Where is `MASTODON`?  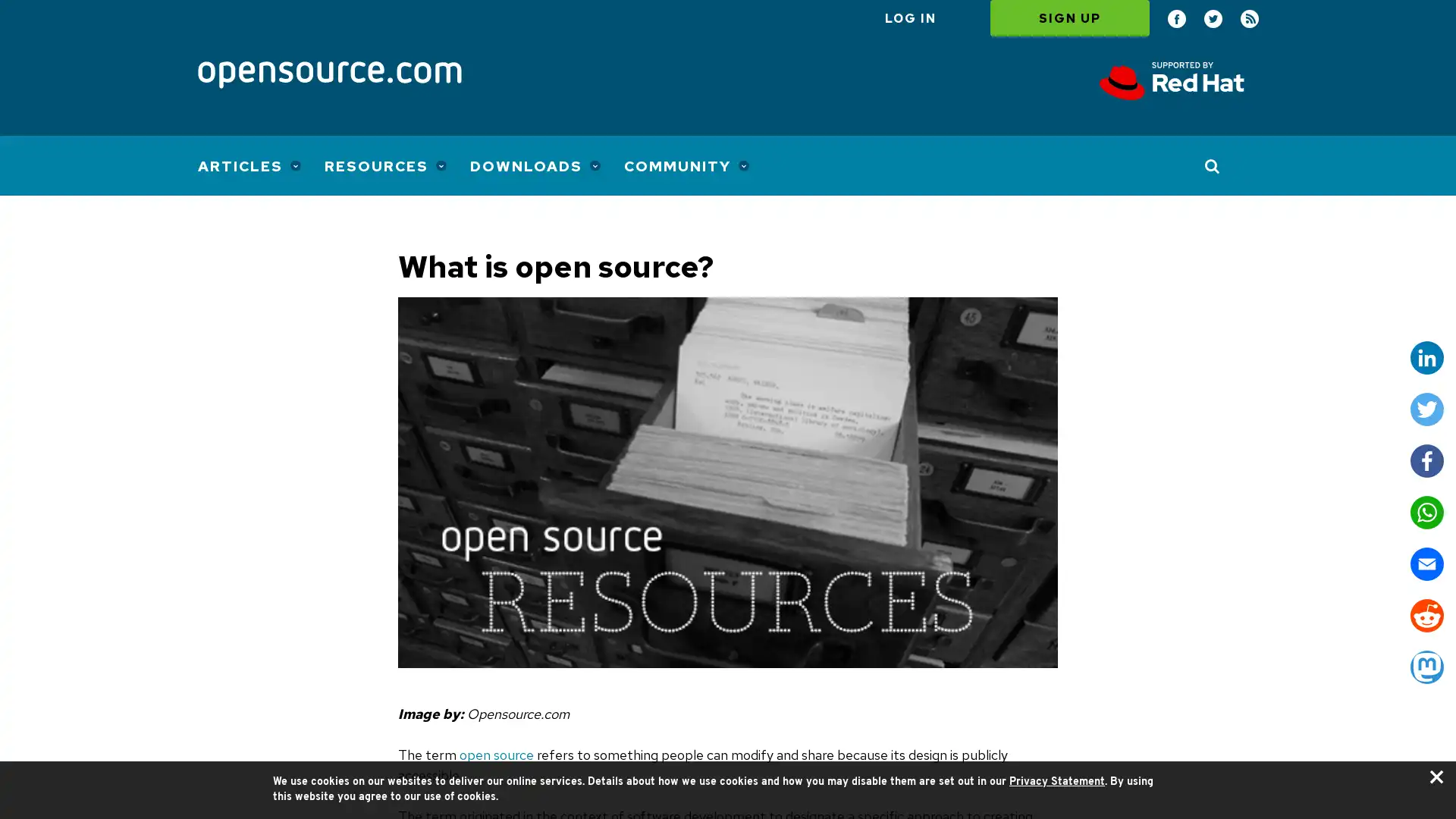
MASTODON is located at coordinates (1426, 666).